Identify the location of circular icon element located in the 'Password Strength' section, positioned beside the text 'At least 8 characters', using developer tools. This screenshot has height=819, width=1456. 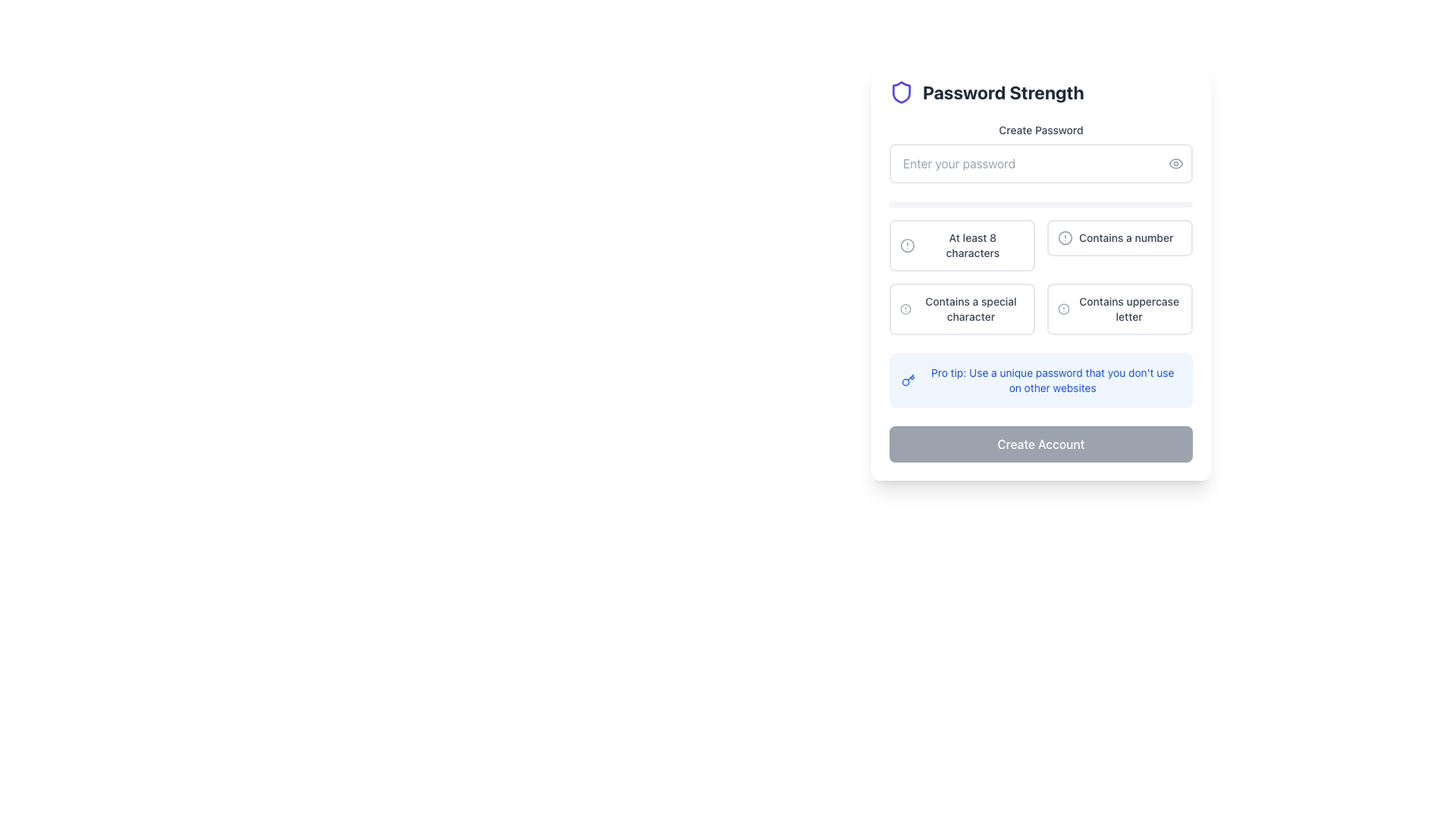
(907, 245).